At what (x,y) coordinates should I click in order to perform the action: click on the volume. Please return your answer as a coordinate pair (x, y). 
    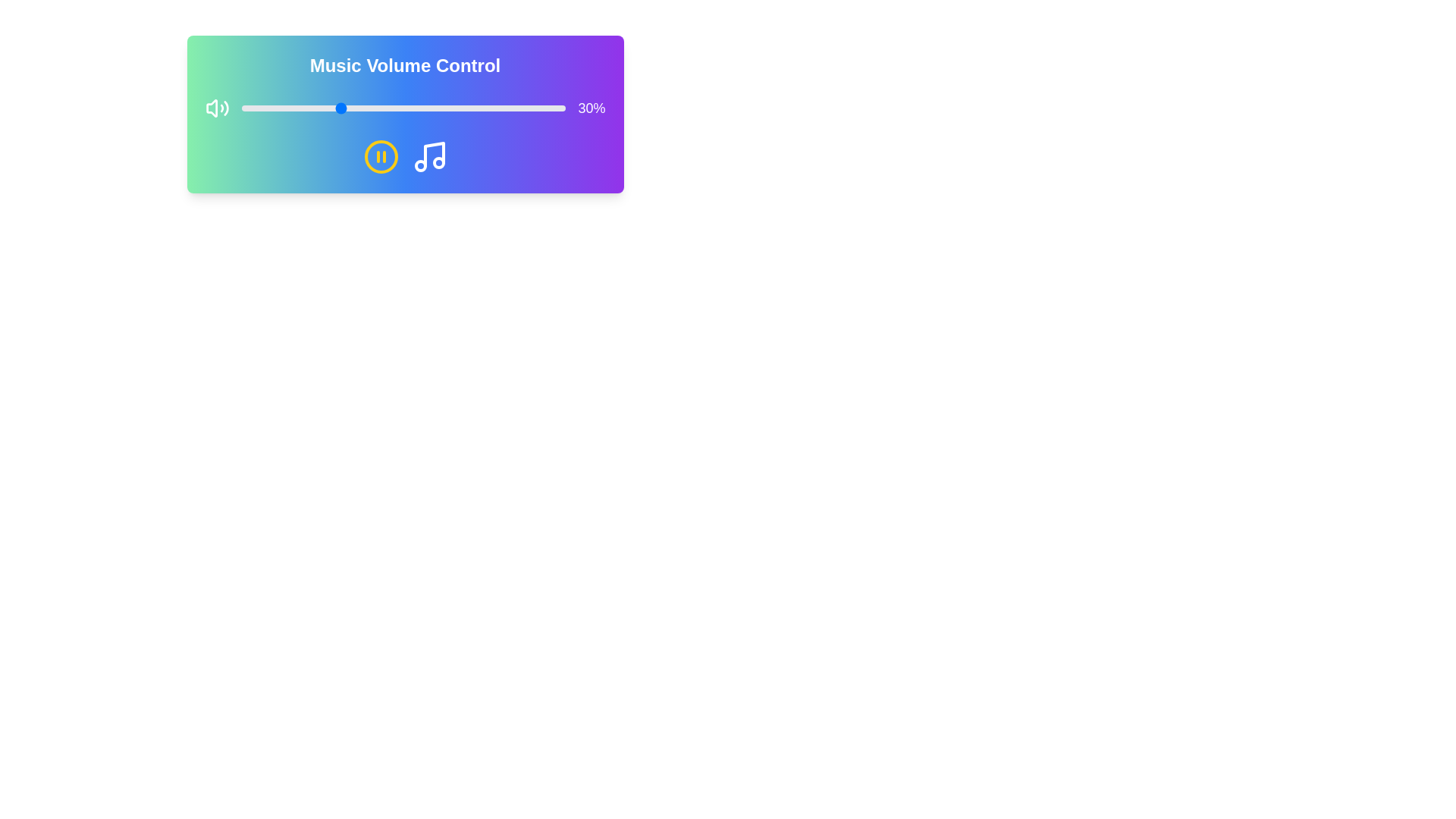
    Looking at the image, I should click on (263, 107).